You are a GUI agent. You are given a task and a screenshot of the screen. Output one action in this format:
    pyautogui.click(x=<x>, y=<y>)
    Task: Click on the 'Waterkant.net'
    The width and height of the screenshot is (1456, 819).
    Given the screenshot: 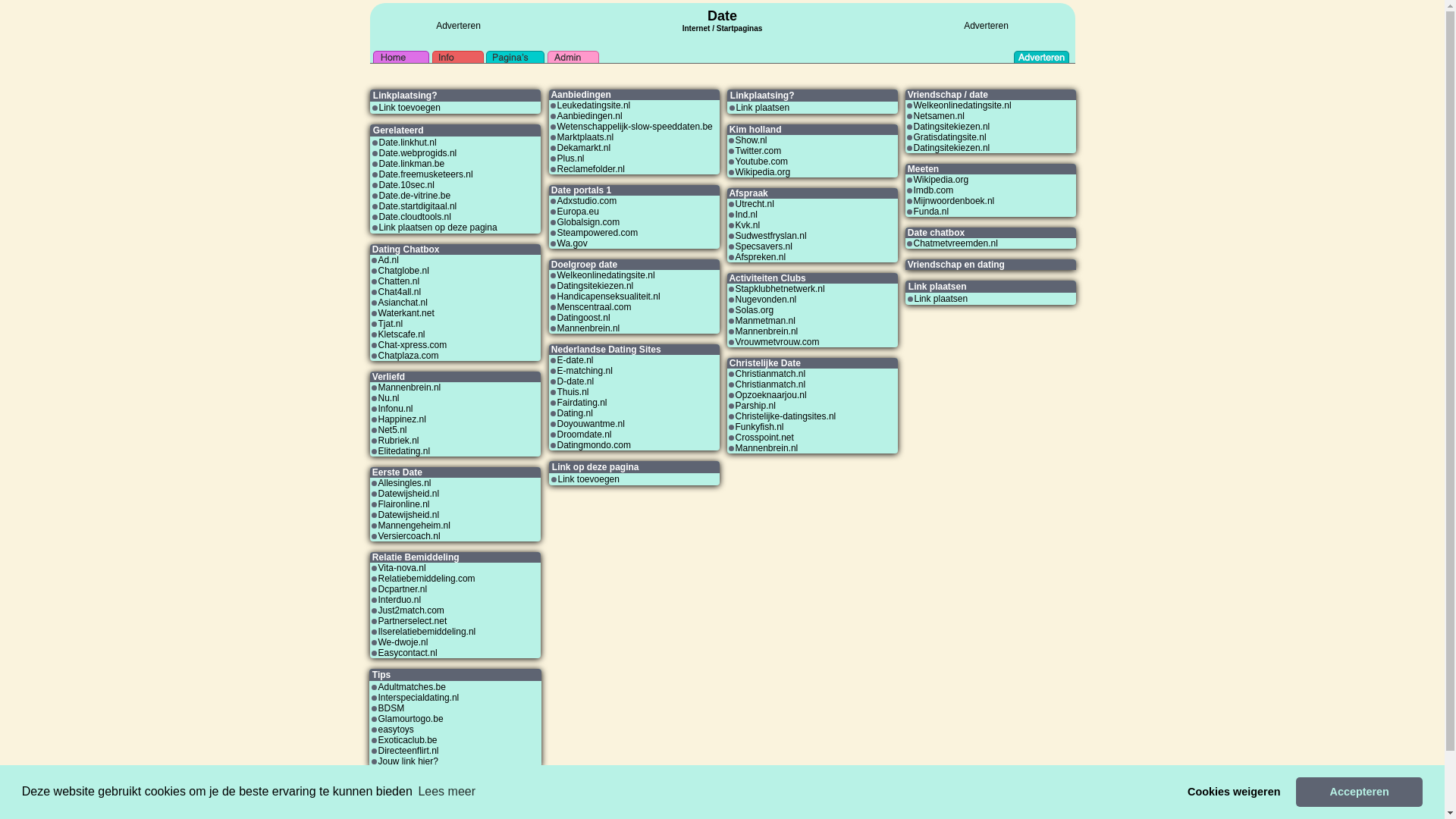 What is the action you would take?
    pyautogui.click(x=405, y=312)
    